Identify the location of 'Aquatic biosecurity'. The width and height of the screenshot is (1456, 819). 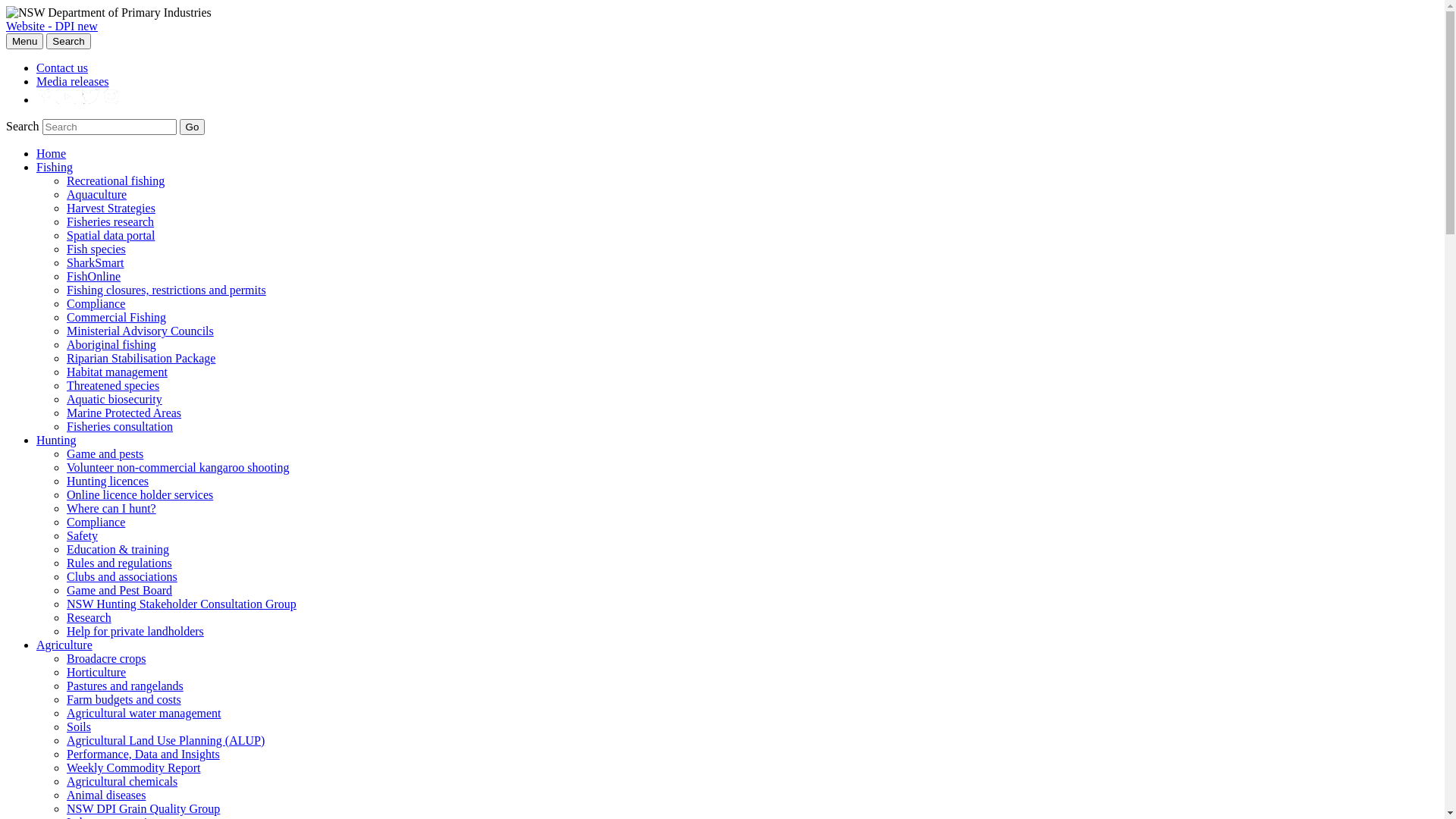
(113, 398).